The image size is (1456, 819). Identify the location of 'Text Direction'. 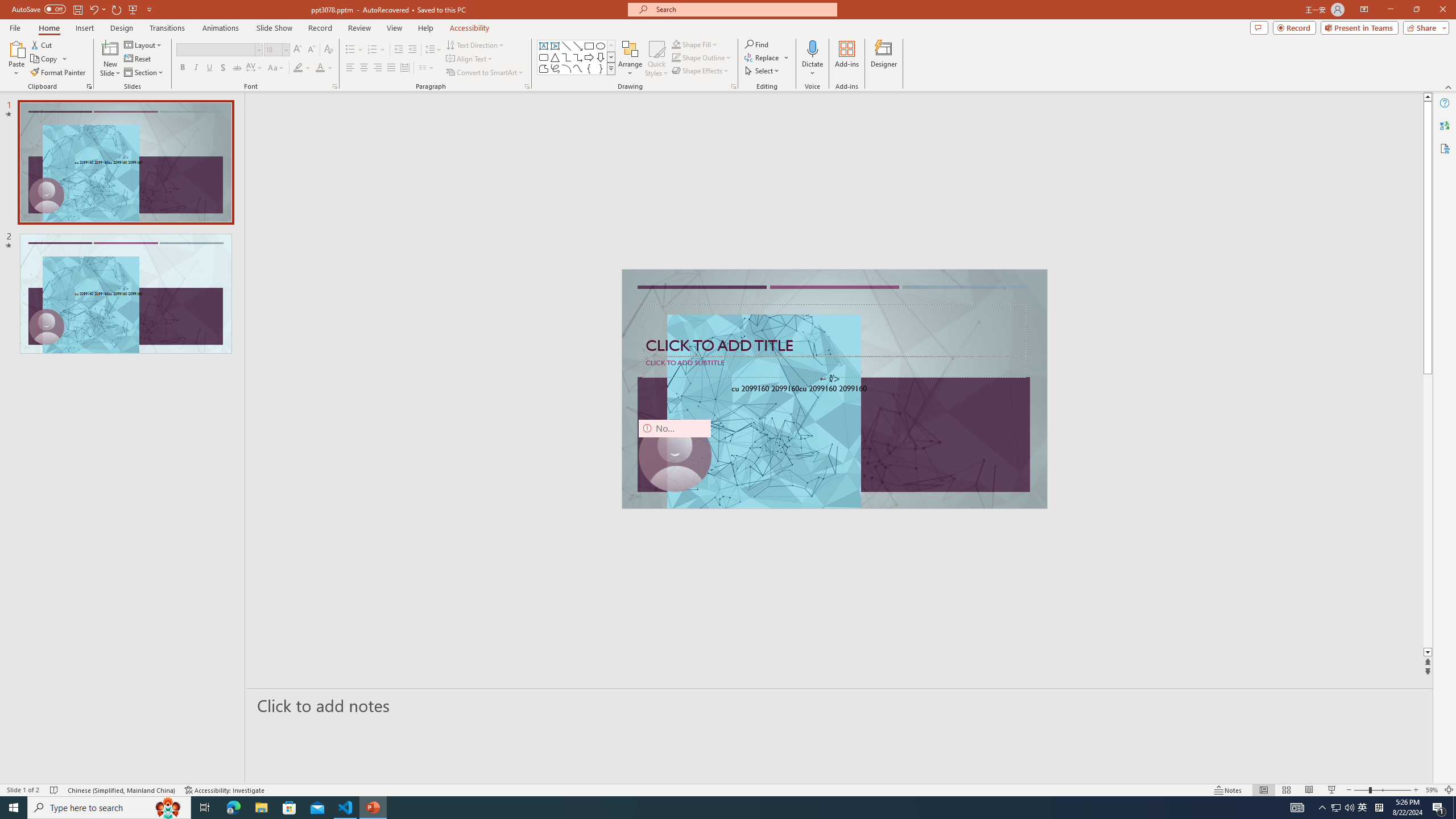
(475, 44).